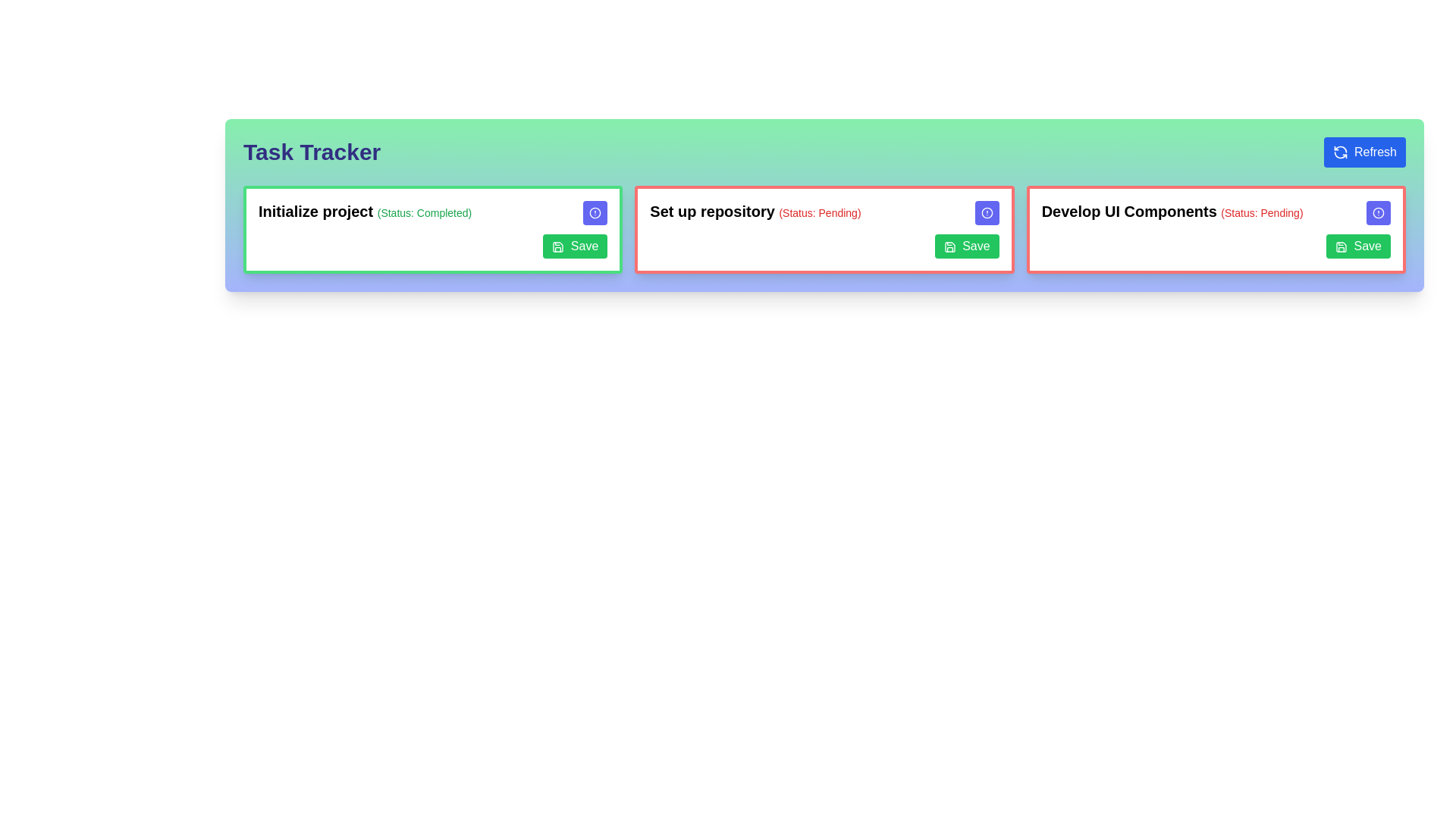 The image size is (1456, 819). What do you see at coordinates (432, 213) in the screenshot?
I see `the label displaying 'Initialize project (Status: Completed)' which is styled in bold text and green, located in the top-left task card above the 'Save' button` at bounding box center [432, 213].